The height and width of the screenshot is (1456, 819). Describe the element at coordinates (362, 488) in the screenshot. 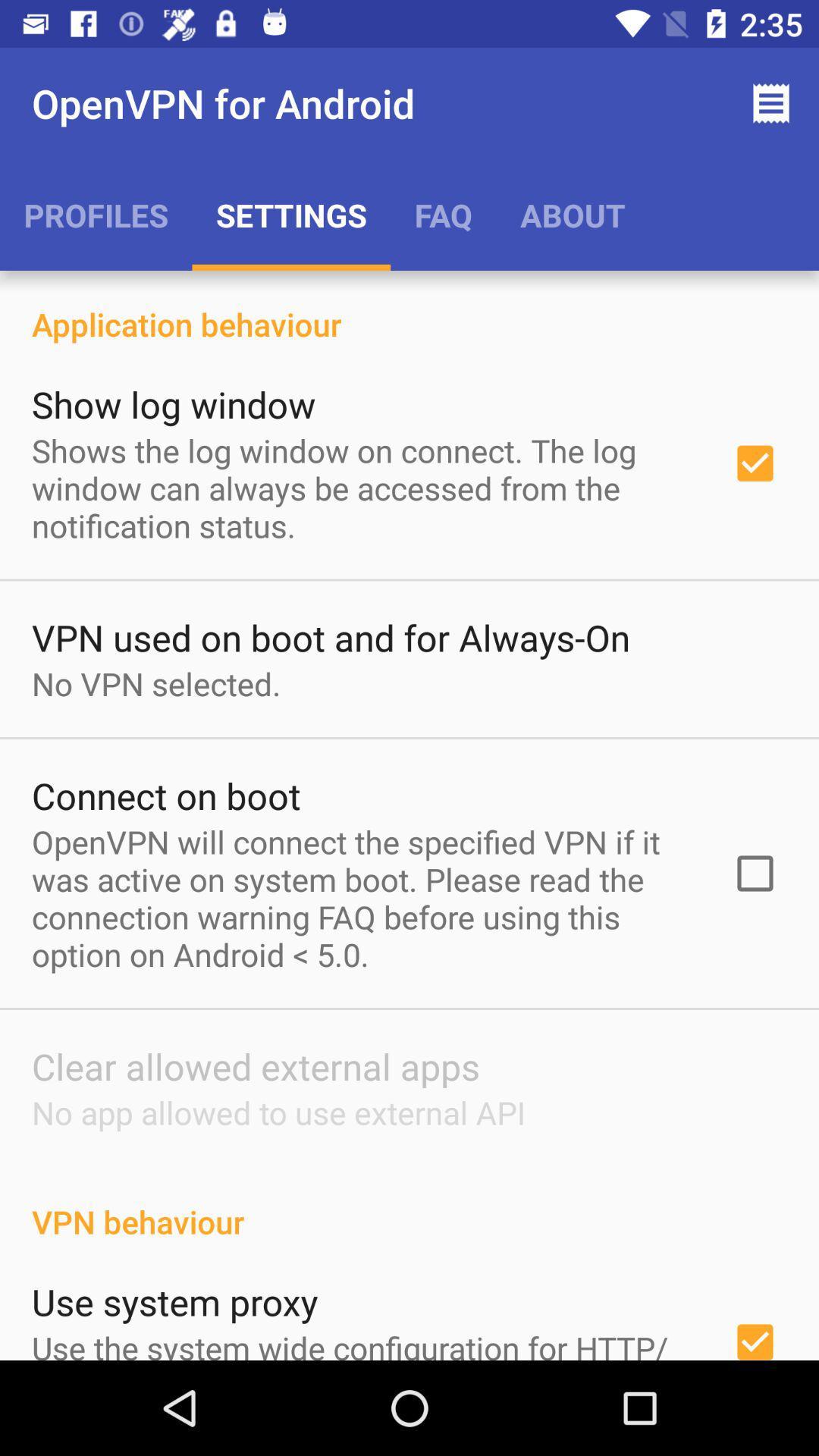

I see `the shows the log icon` at that location.